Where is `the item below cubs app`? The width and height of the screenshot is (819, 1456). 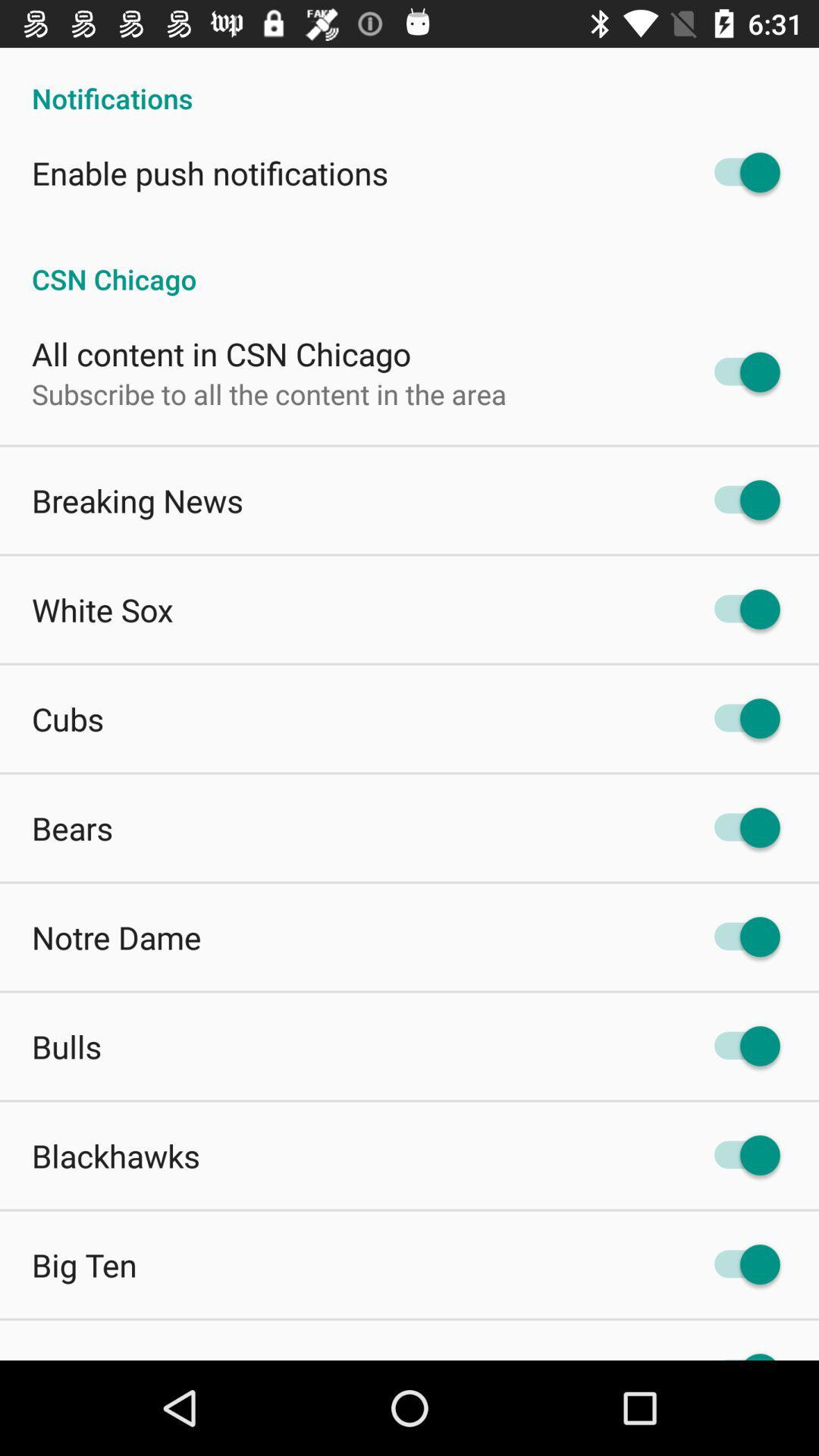 the item below cubs app is located at coordinates (72, 827).